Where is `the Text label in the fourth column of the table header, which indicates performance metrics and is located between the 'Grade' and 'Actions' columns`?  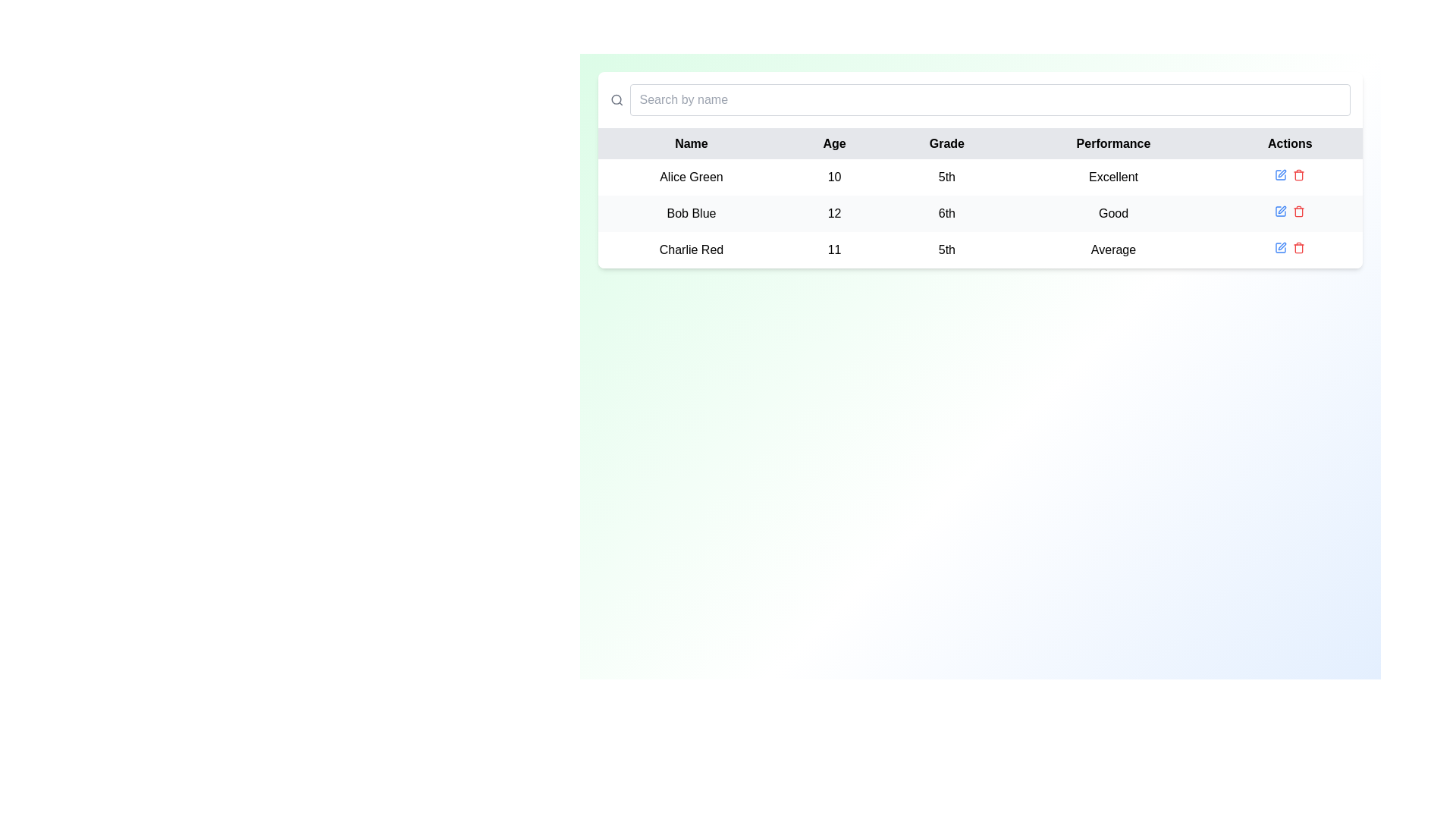
the Text label in the fourth column of the table header, which indicates performance metrics and is located between the 'Grade' and 'Actions' columns is located at coordinates (1113, 143).